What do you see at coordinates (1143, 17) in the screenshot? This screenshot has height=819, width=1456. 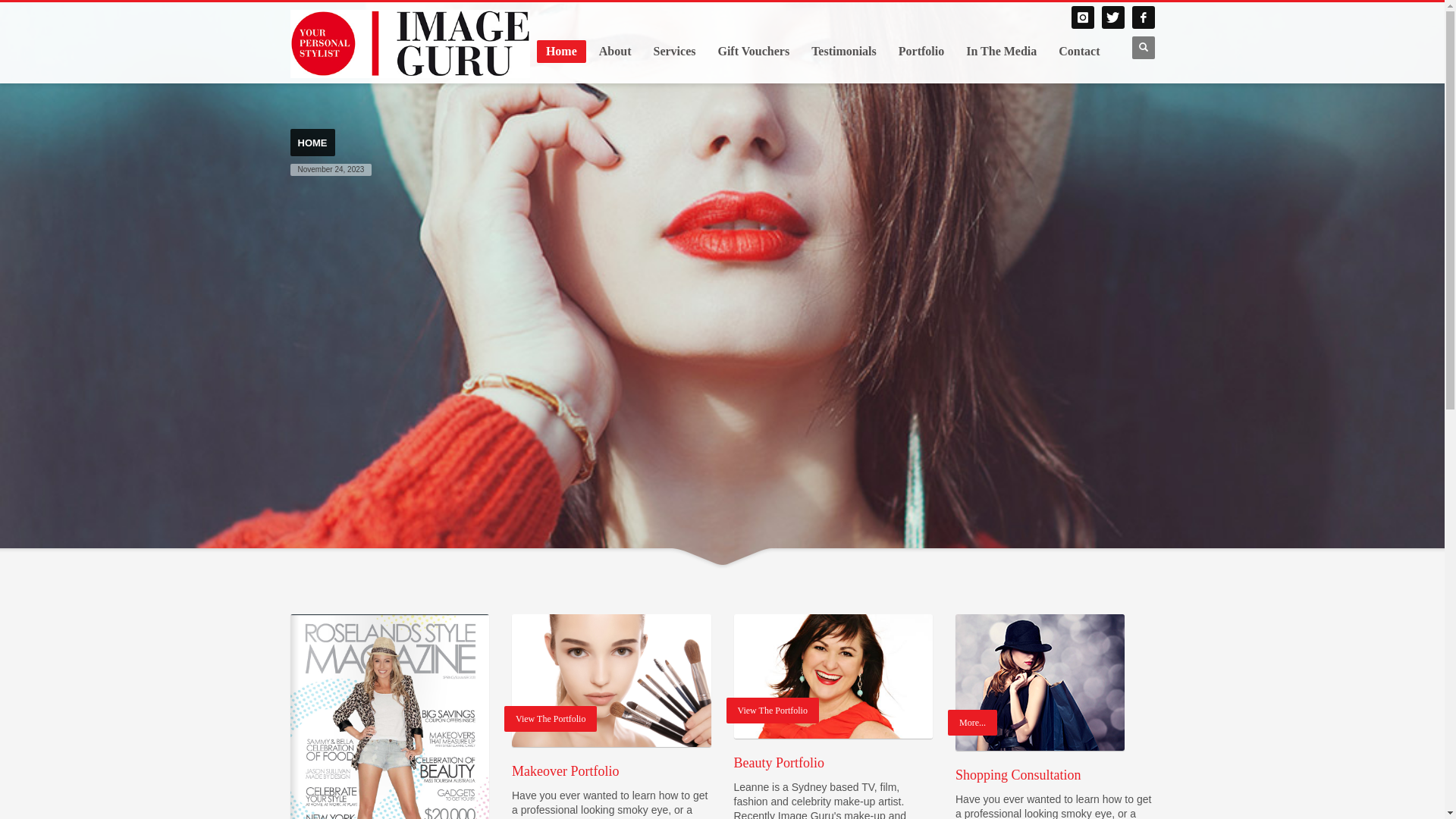 I see `'Facebook'` at bounding box center [1143, 17].